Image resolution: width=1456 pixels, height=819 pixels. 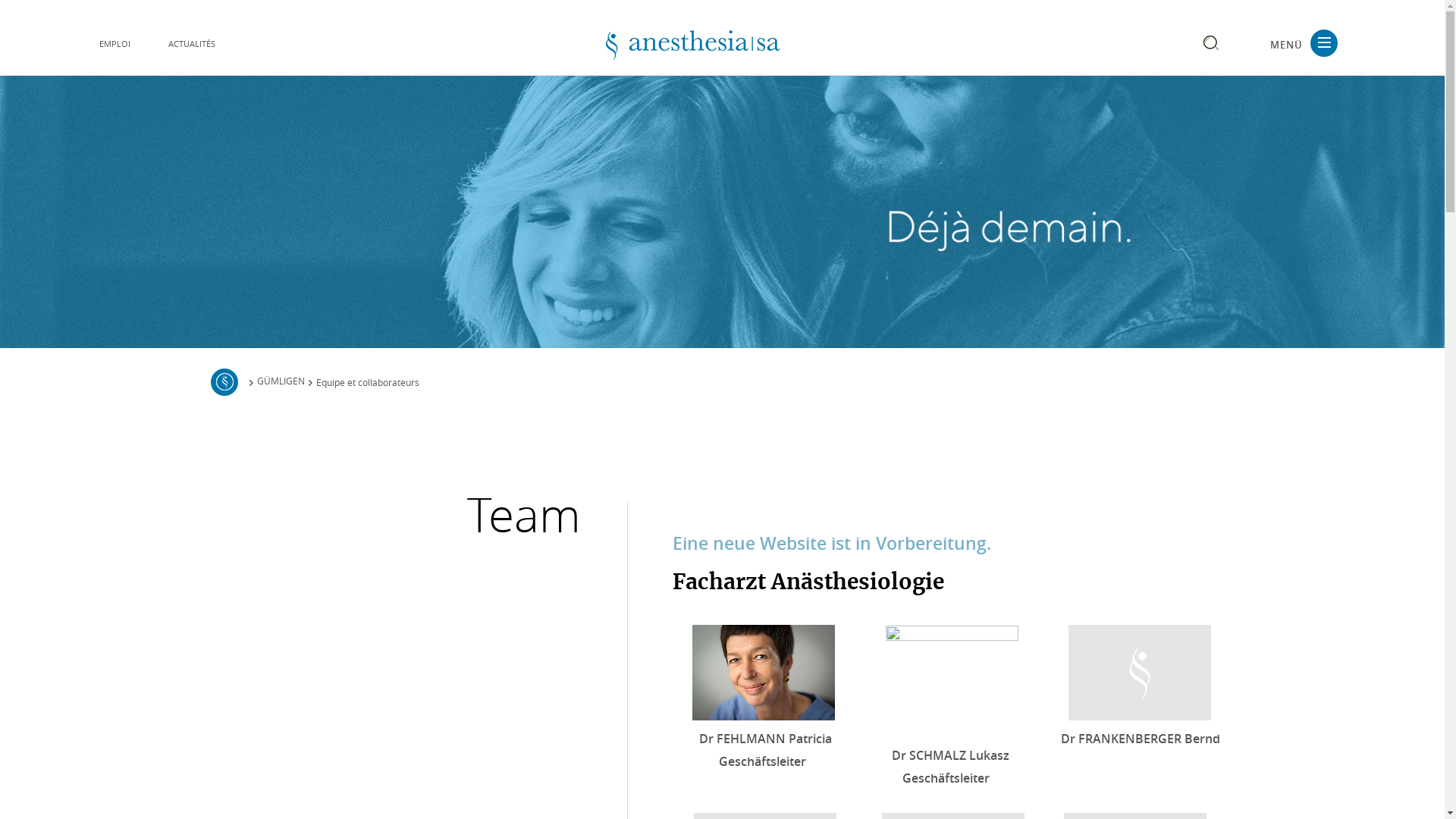 What do you see at coordinates (367, 381) in the screenshot?
I see `'Equipe et collaborateurs'` at bounding box center [367, 381].